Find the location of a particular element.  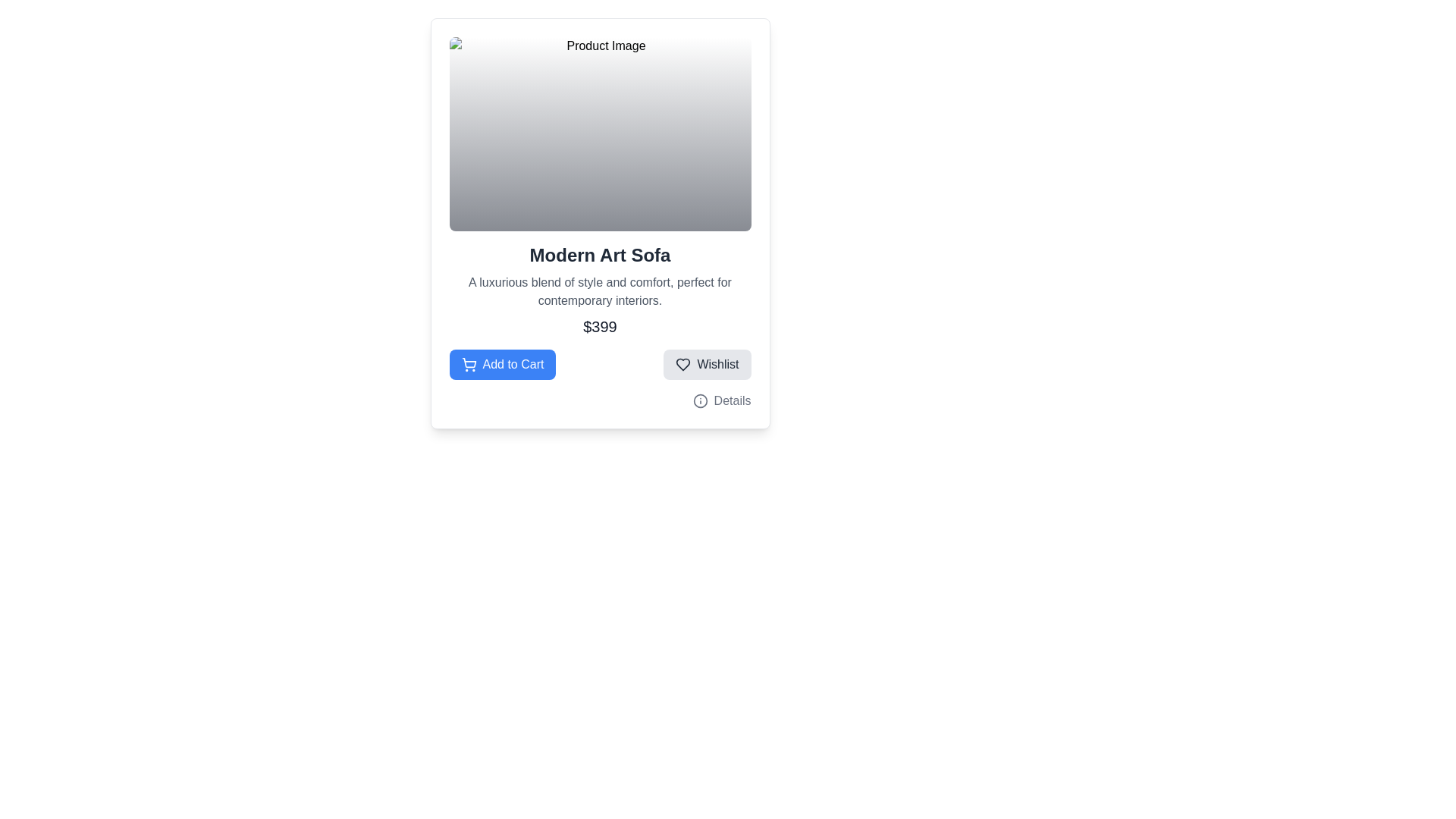

the blue rectangular button labeled 'Add to Cart' with a white shopping cart icon is located at coordinates (502, 365).